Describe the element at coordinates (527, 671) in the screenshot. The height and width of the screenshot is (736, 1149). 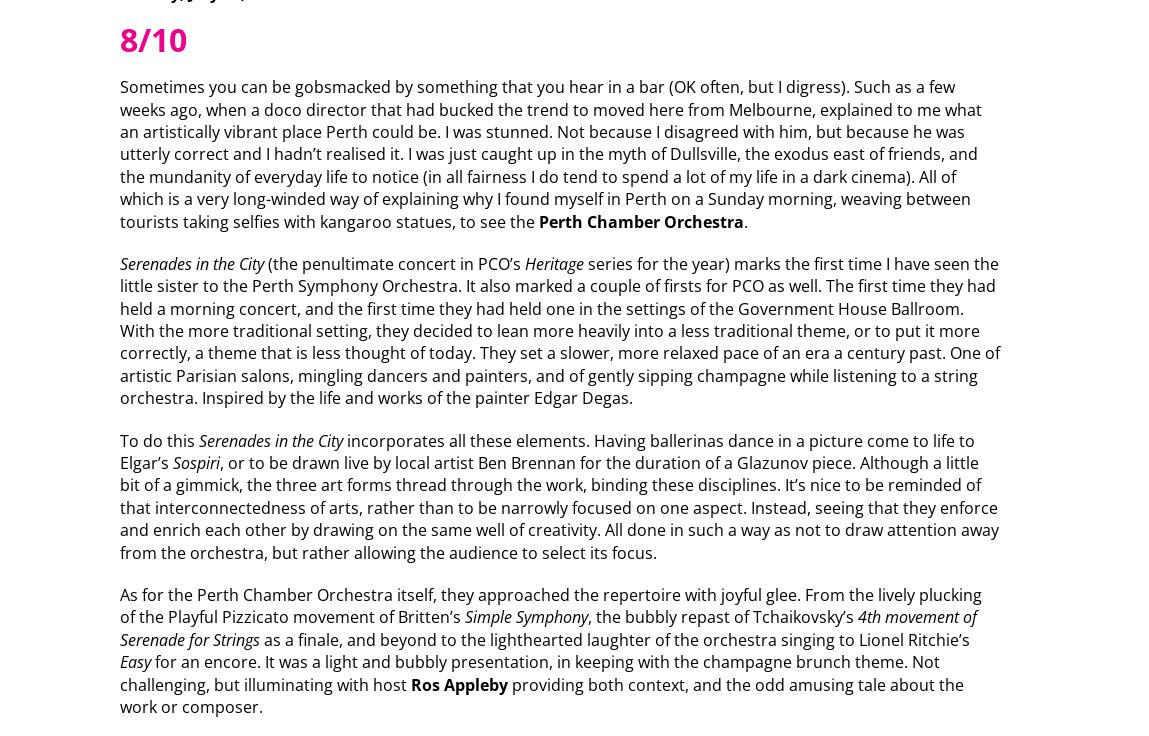
I see `'for an encore. It was a light and bubbly presentation, in keeping with the champagne brunch theme. Not challenging, but illuminating with host'` at that location.